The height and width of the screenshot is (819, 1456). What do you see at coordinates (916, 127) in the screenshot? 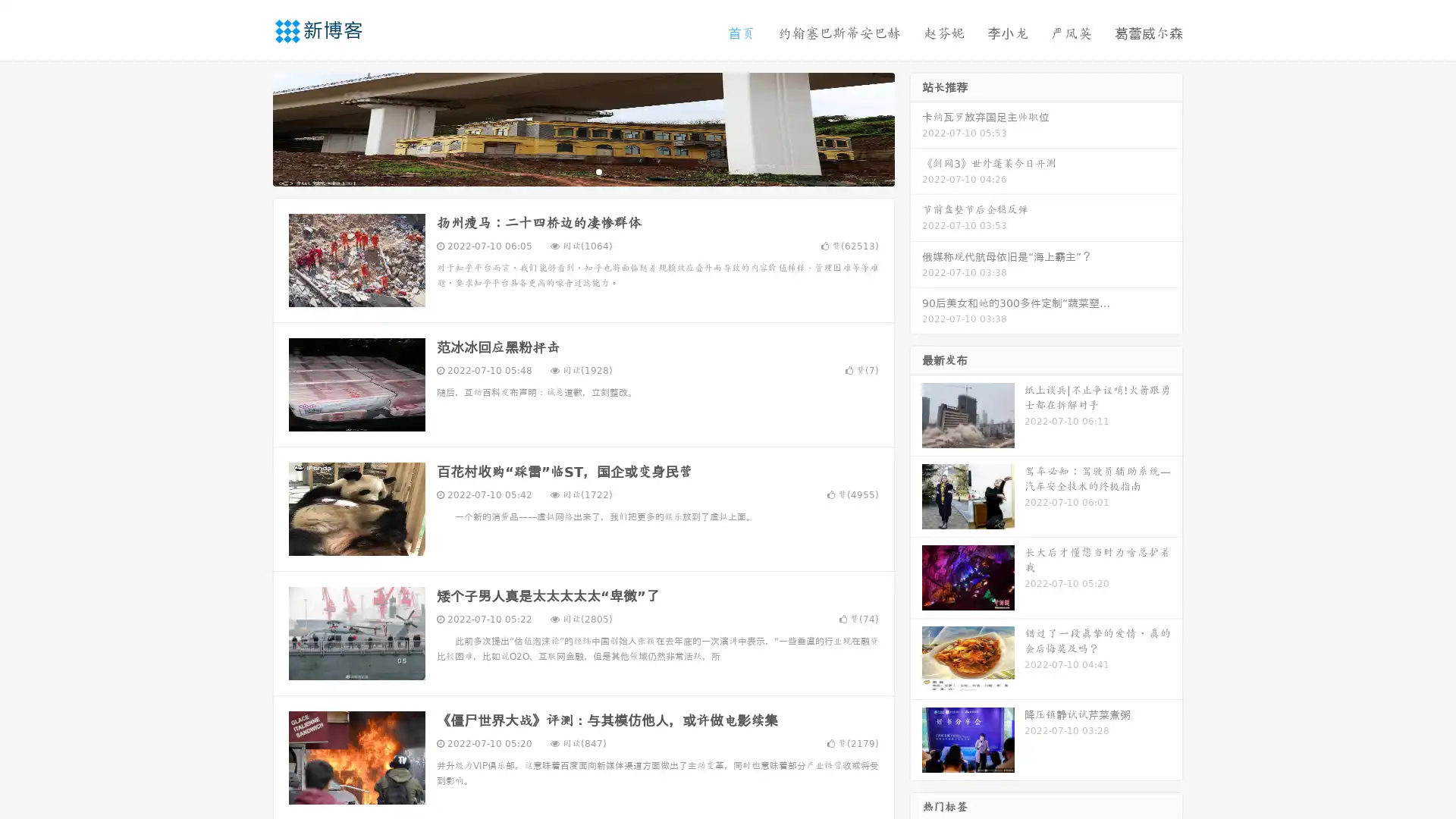
I see `Next slide` at bounding box center [916, 127].